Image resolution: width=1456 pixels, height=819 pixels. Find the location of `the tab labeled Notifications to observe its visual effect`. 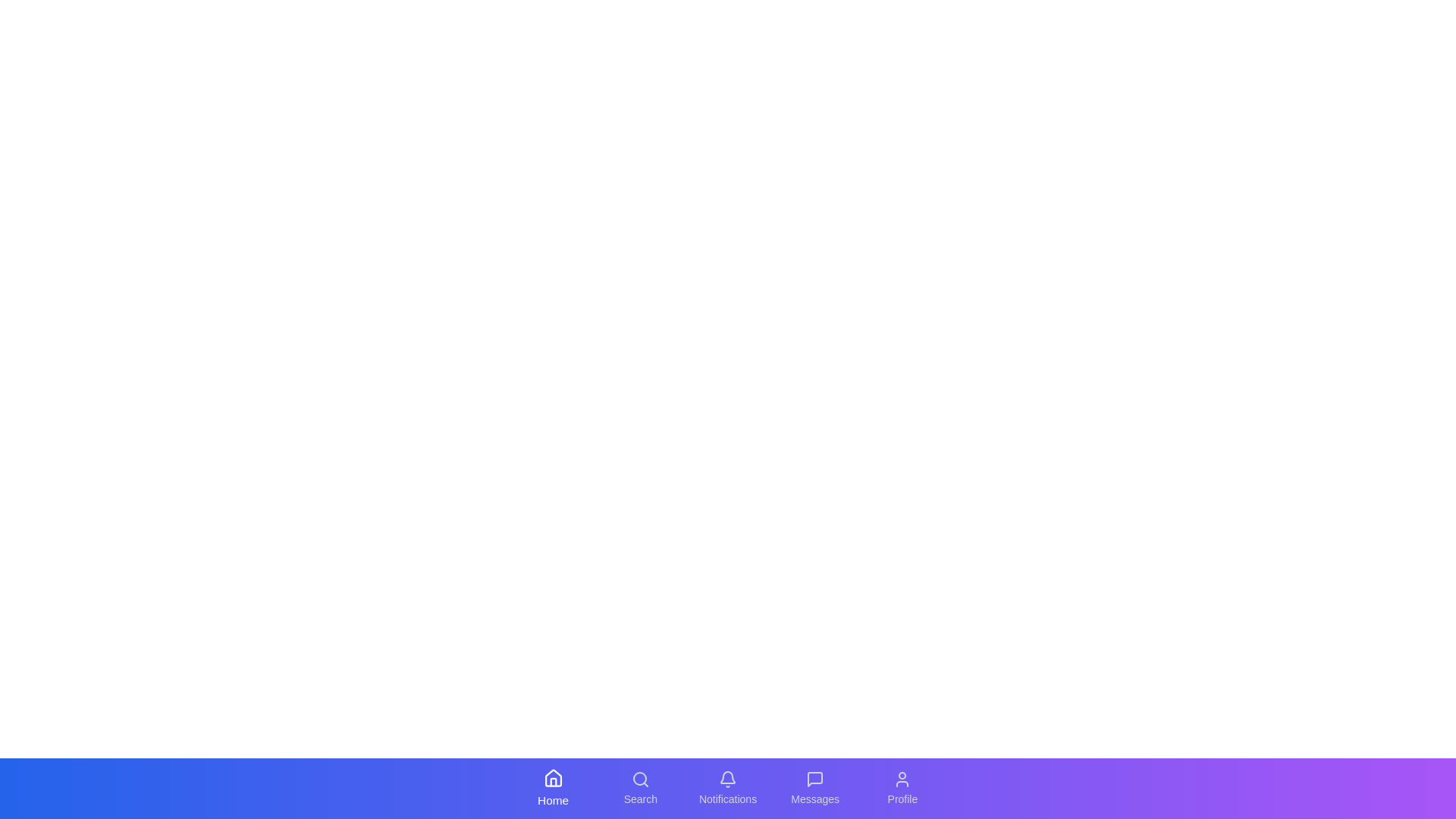

the tab labeled Notifications to observe its visual effect is located at coordinates (728, 788).